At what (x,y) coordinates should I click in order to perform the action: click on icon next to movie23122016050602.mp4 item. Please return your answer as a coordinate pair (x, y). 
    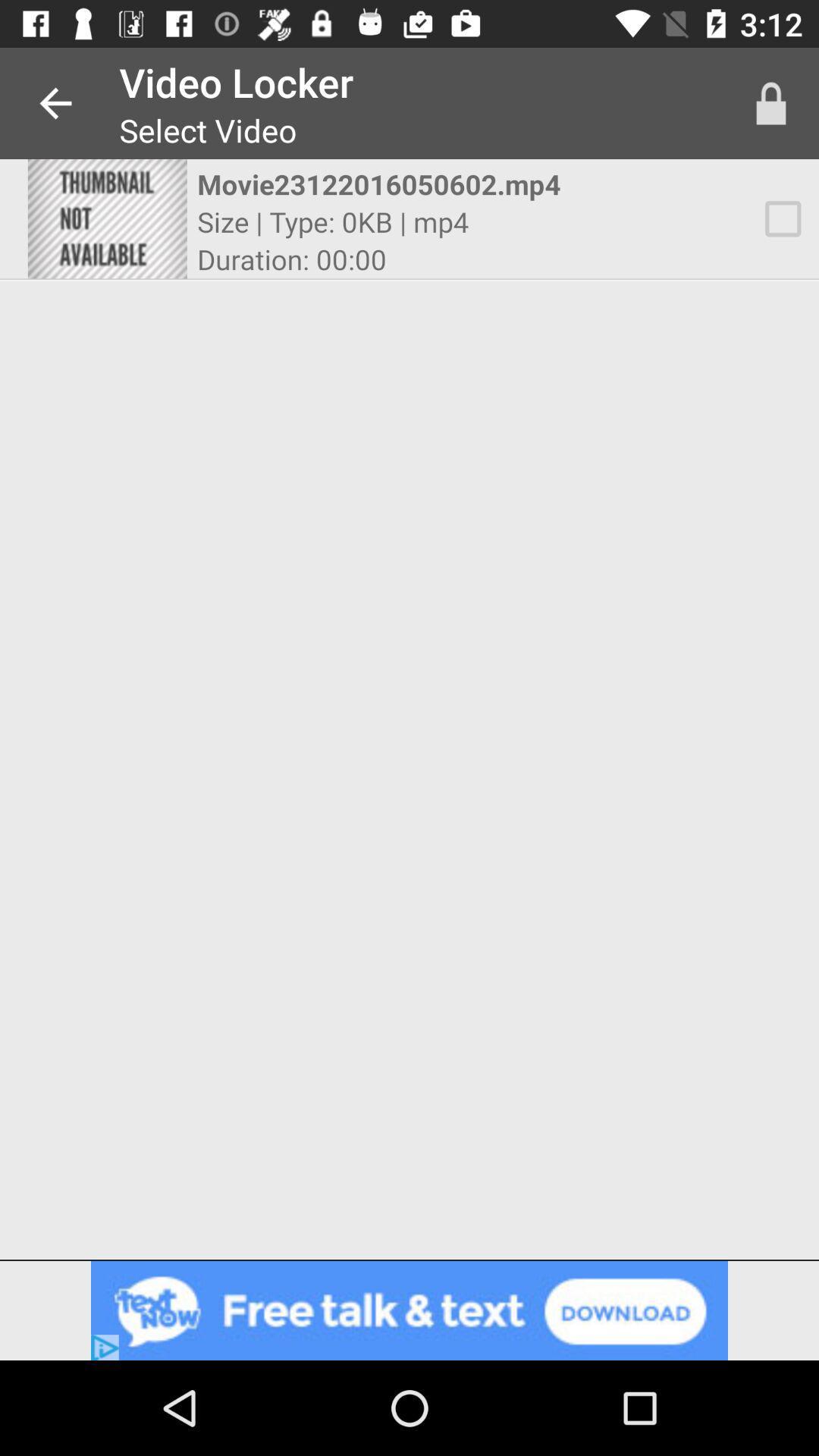
    Looking at the image, I should click on (771, 102).